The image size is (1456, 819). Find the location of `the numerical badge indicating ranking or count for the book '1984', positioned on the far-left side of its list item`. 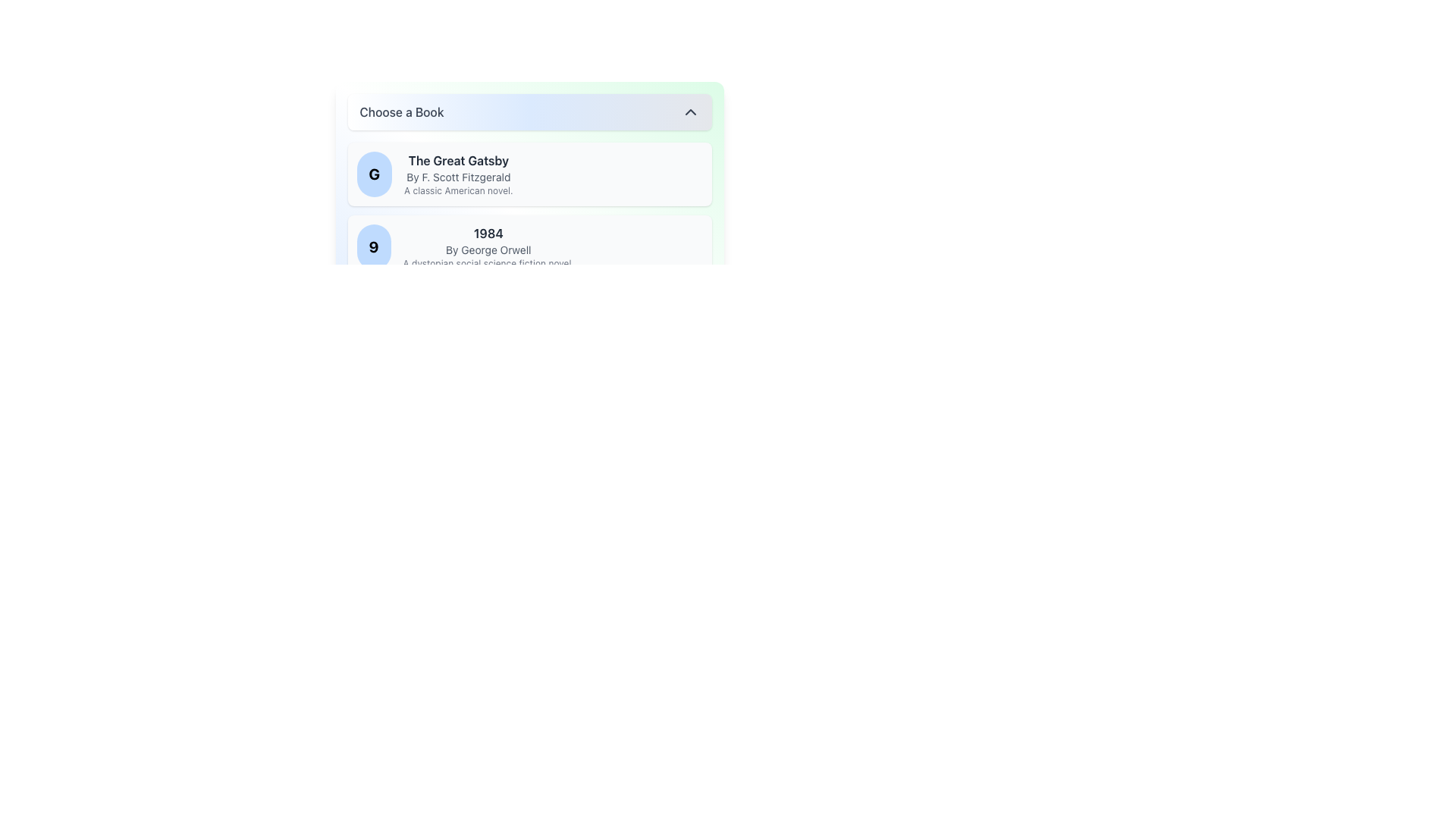

the numerical badge indicating ranking or count for the book '1984', positioned on the far-left side of its list item is located at coordinates (374, 246).